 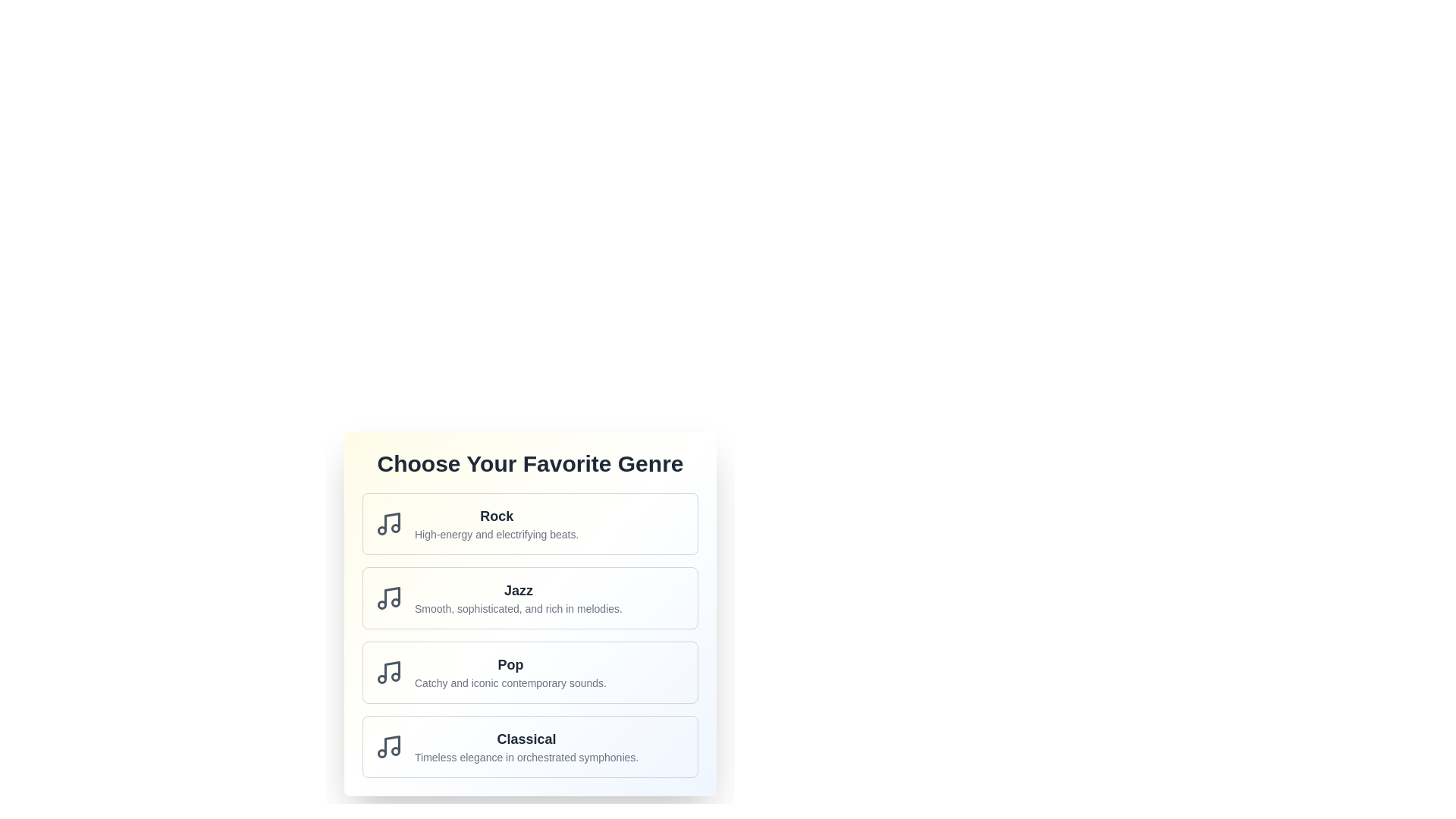 What do you see at coordinates (518, 607) in the screenshot?
I see `the descriptive text that reads 'Smooth, sophisticated, and rich in melodies.' styled in gray, located beneath the 'Jazz' title text` at bounding box center [518, 607].